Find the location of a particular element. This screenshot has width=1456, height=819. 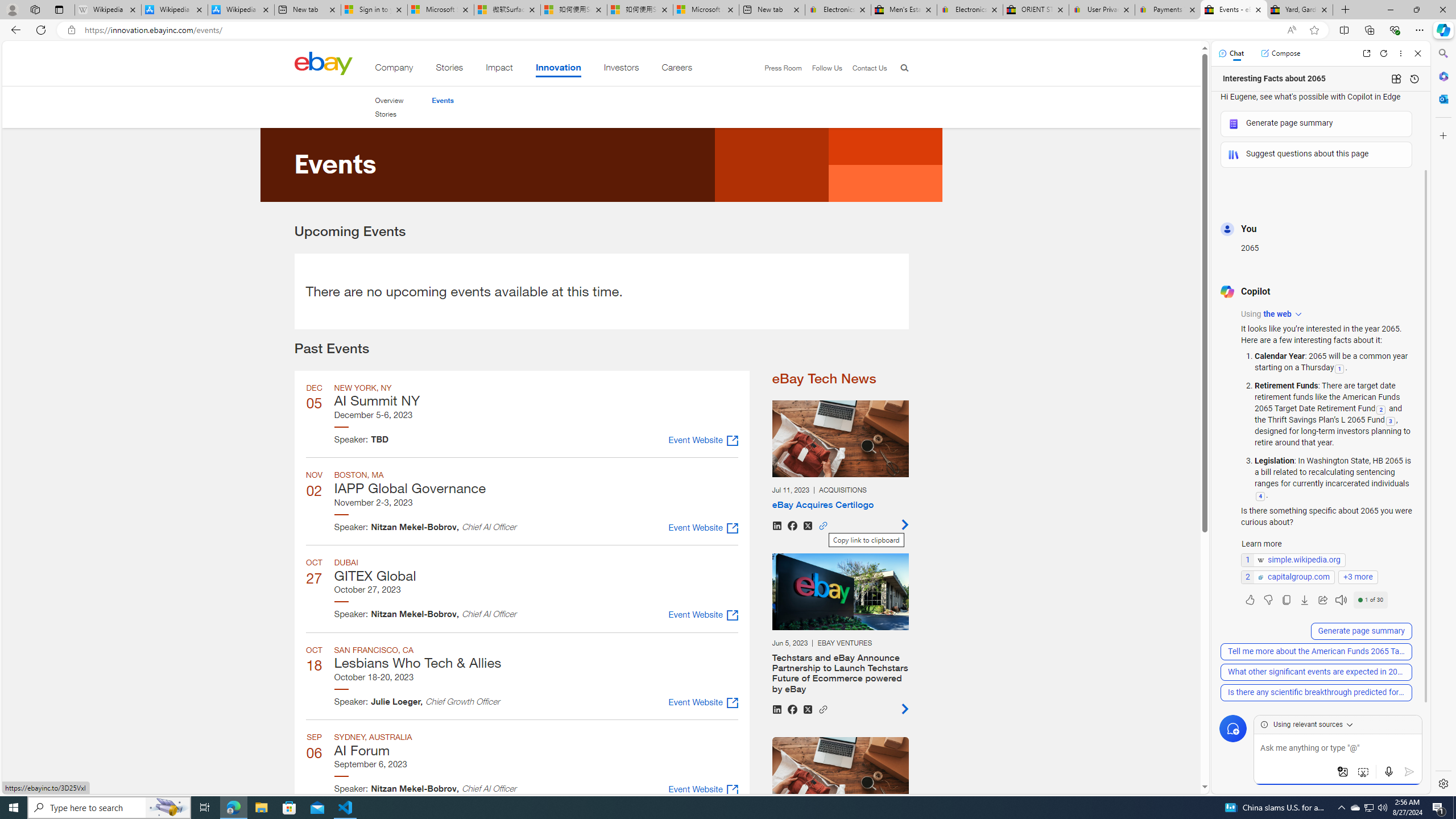

'Share on LinkedIn' is located at coordinates (776, 709).